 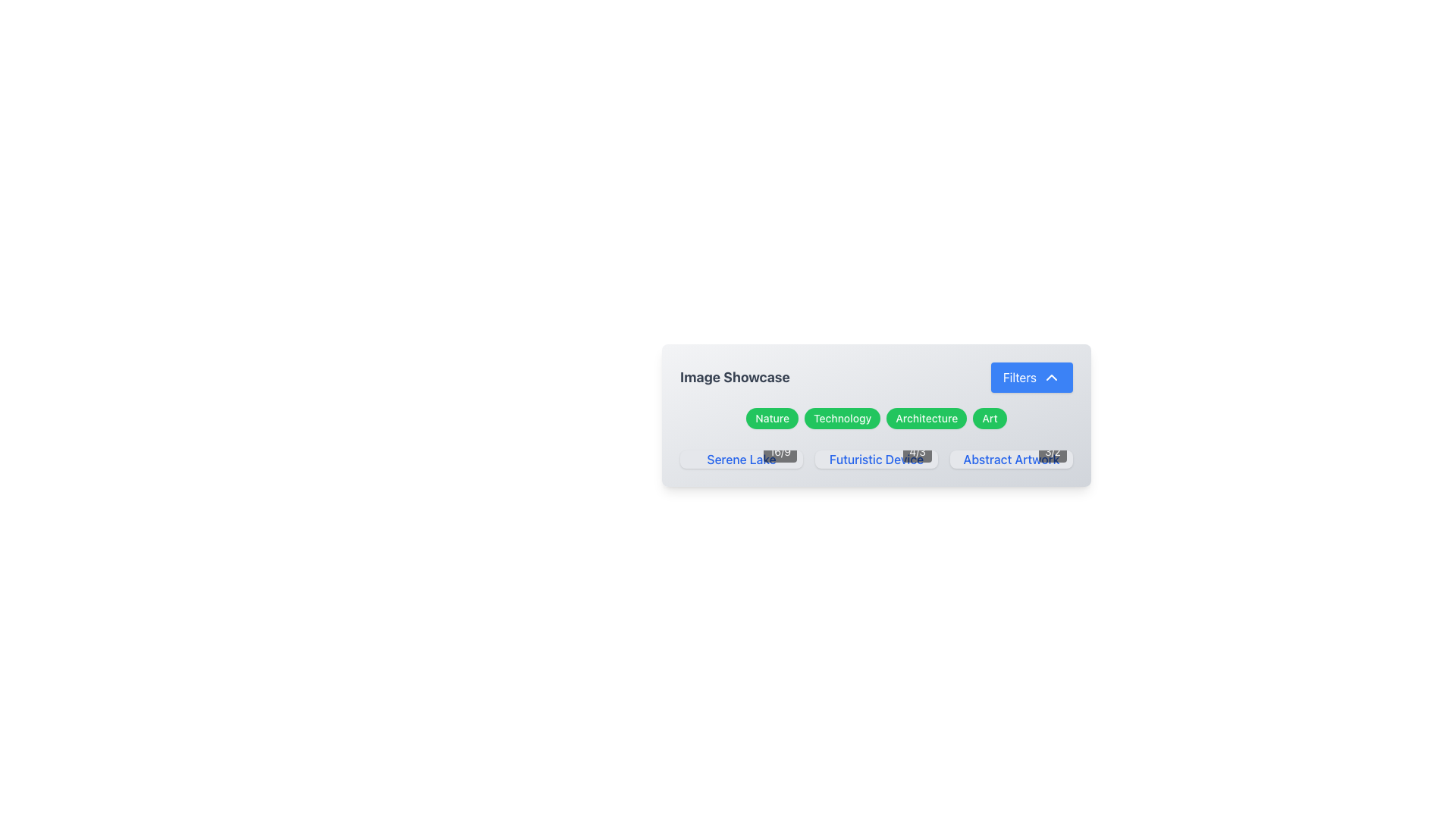 I want to click on the card representing 'Abstract Artwork', which is the third item in a row of three similar items, located towards the right end of the group, so click(x=1012, y=458).